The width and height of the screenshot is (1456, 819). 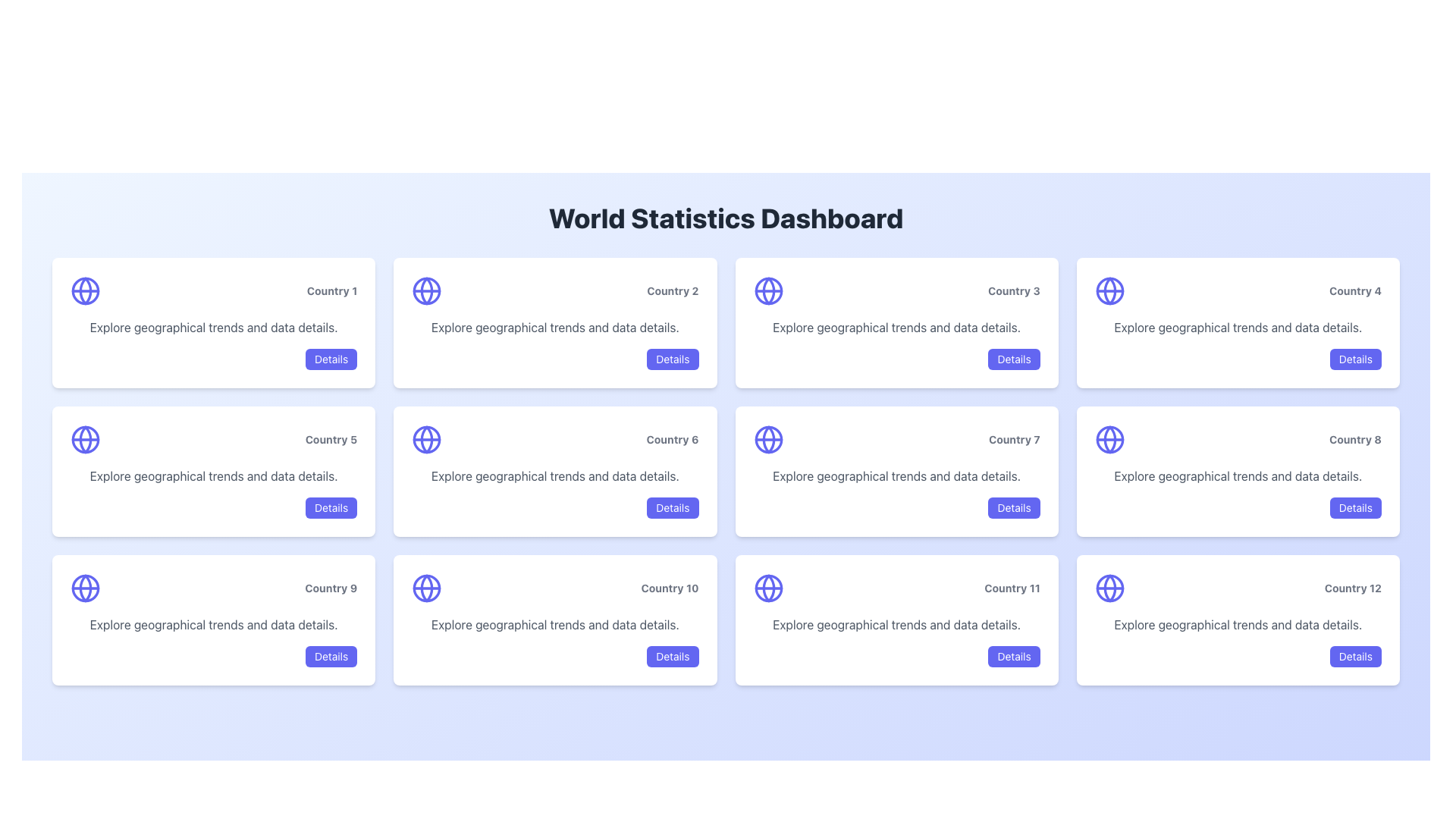 What do you see at coordinates (725, 218) in the screenshot?
I see `title text element located at the top of the page, which provides insight into the content and purpose of the page` at bounding box center [725, 218].